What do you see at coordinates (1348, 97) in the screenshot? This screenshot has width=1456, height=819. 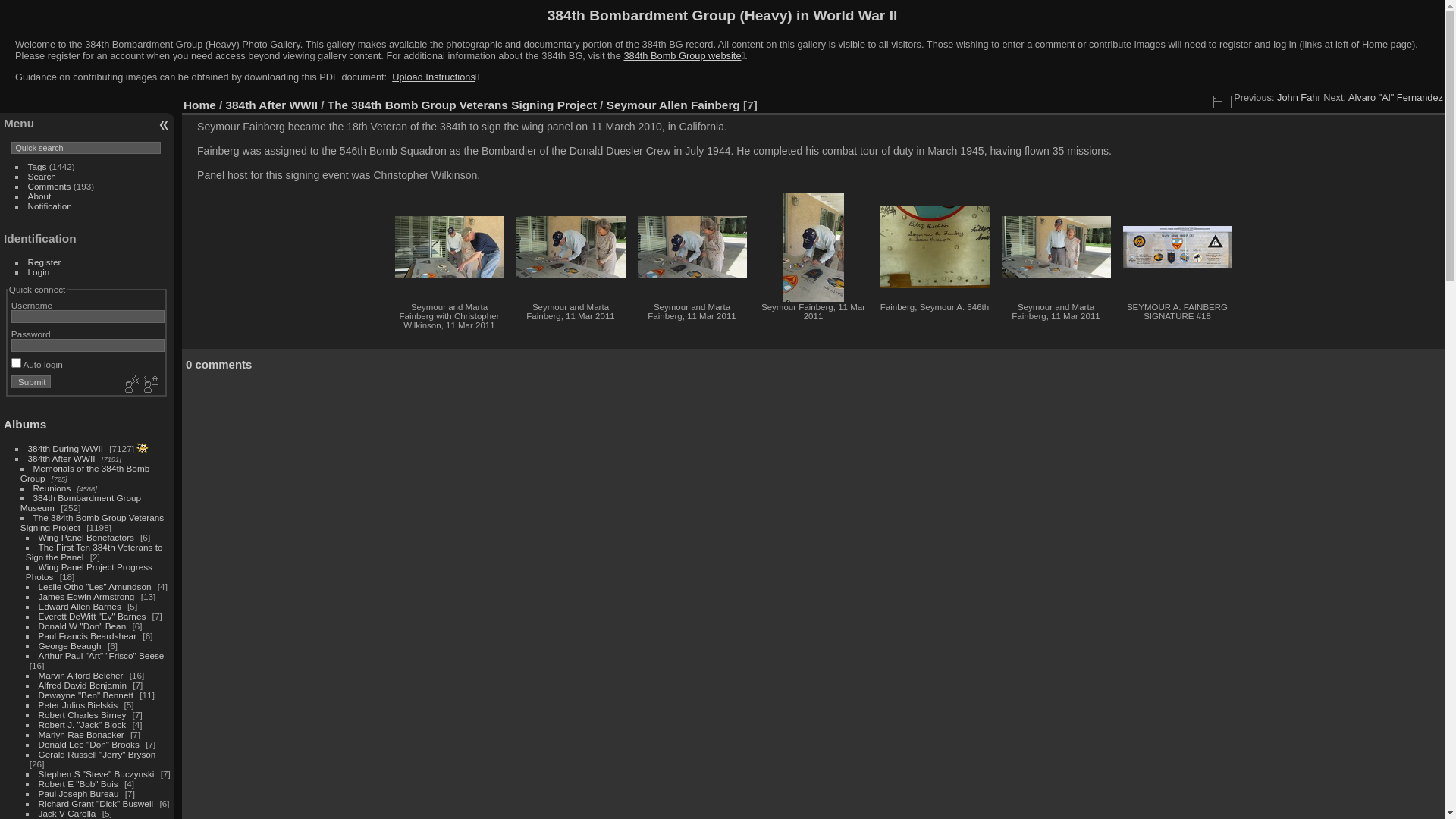 I see `'Alvaro "Al" Fernandez'` at bounding box center [1348, 97].